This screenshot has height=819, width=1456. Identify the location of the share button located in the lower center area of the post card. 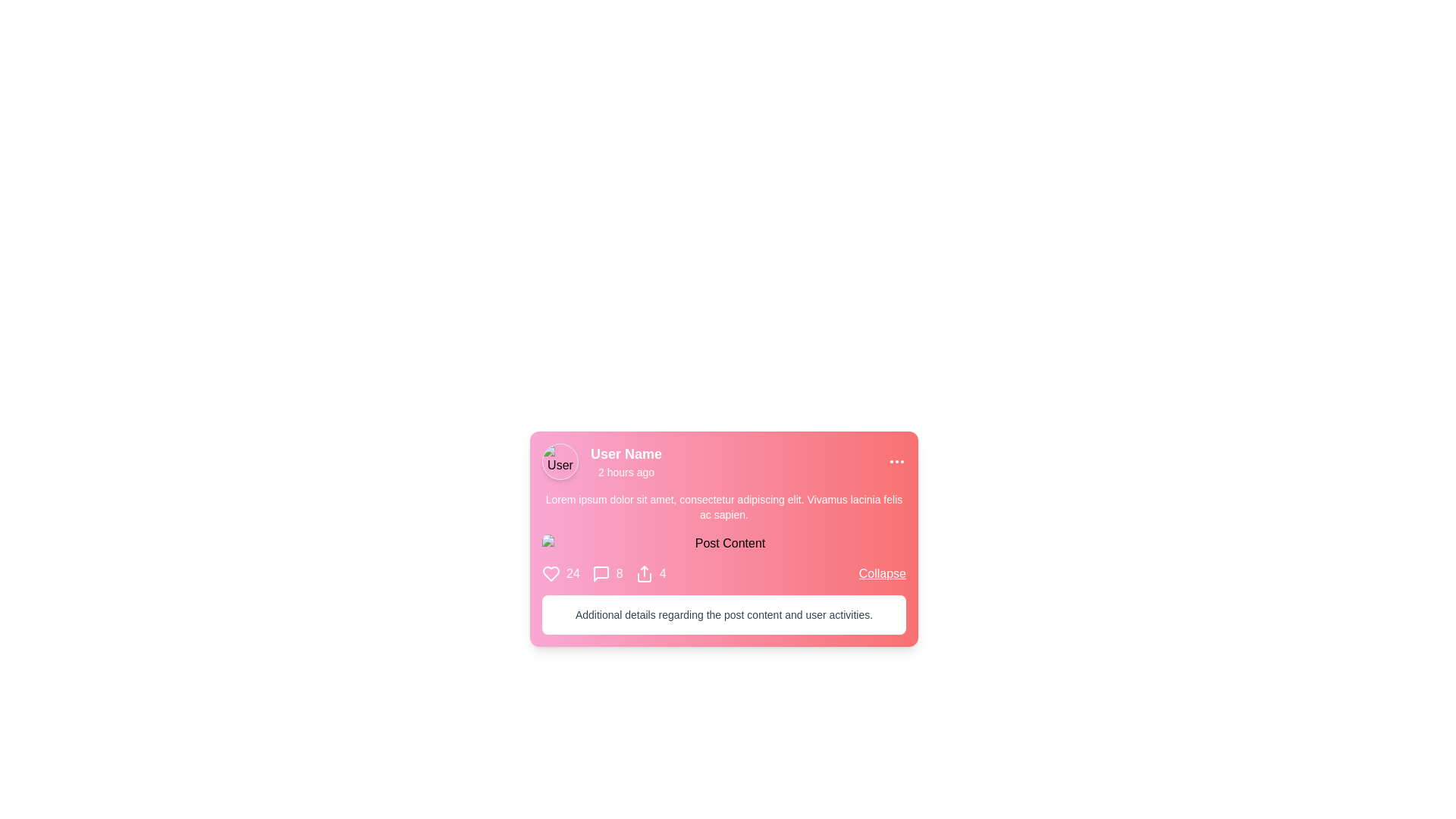
(644, 573).